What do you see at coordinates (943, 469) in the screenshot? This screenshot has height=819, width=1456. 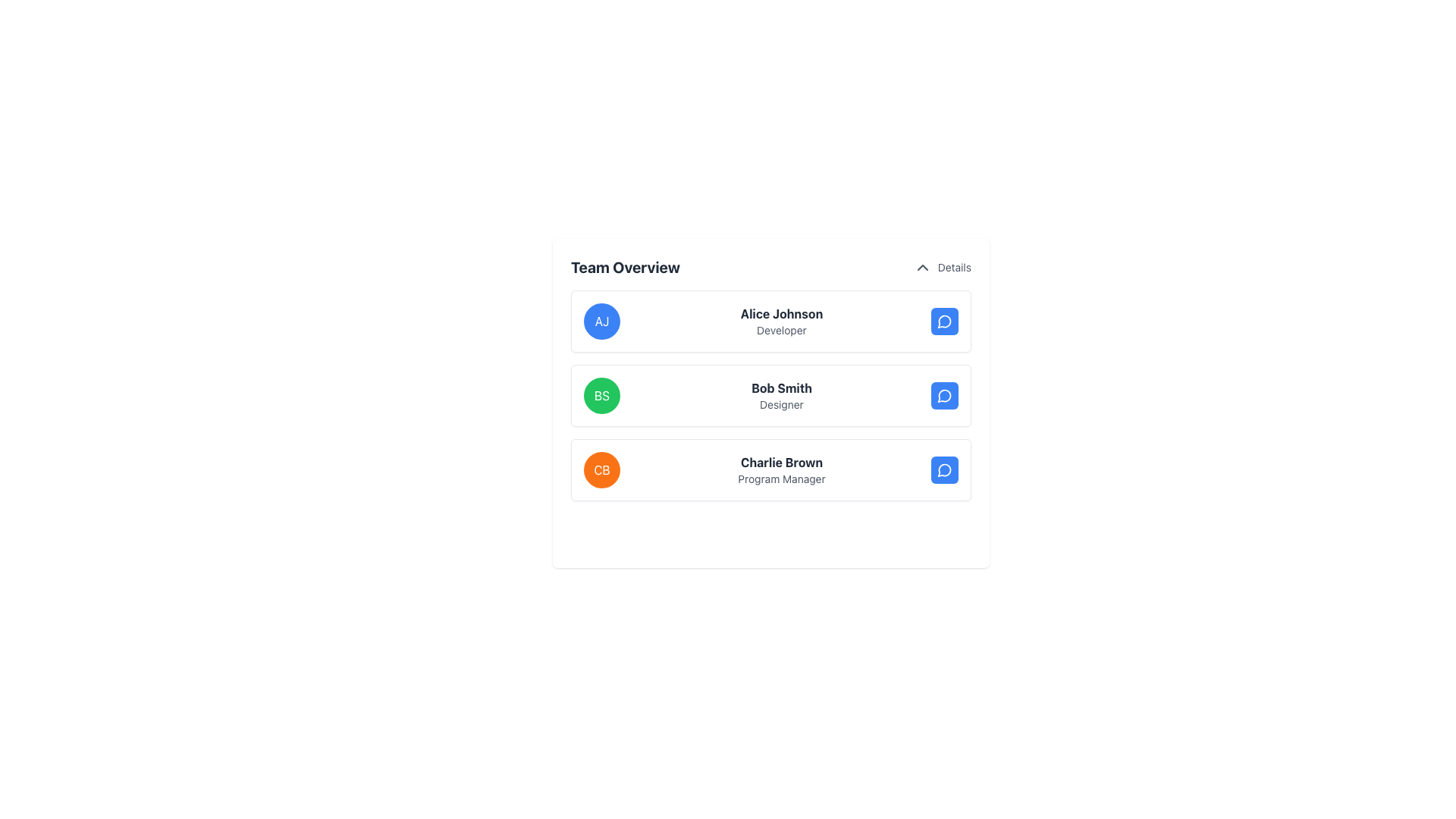 I see `the decorative vector graphic inside the speech bubble icon, located in the last row near 'Charlie Brown'` at bounding box center [943, 469].